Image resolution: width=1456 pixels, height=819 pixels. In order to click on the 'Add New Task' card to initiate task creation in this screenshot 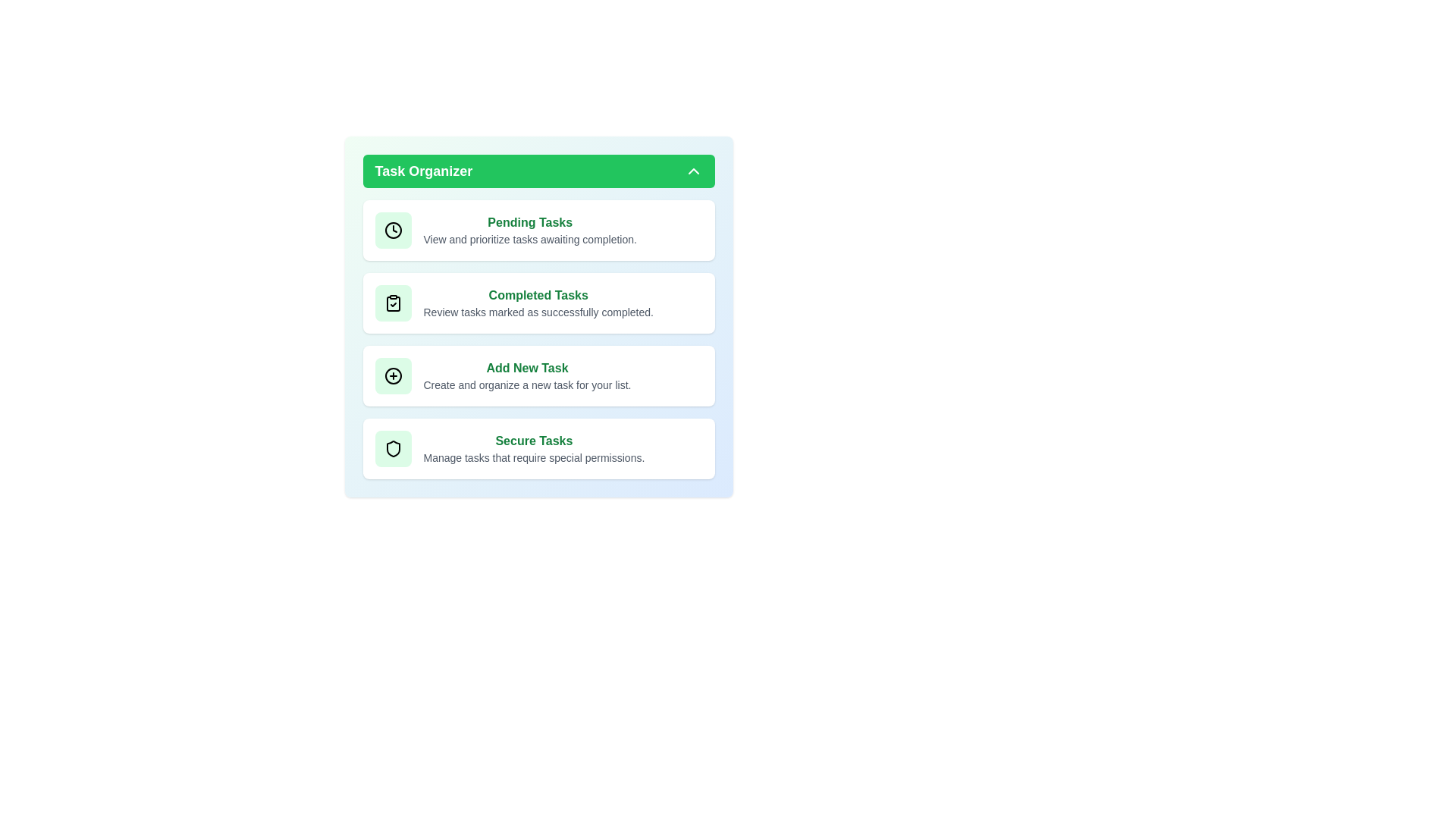, I will do `click(538, 375)`.